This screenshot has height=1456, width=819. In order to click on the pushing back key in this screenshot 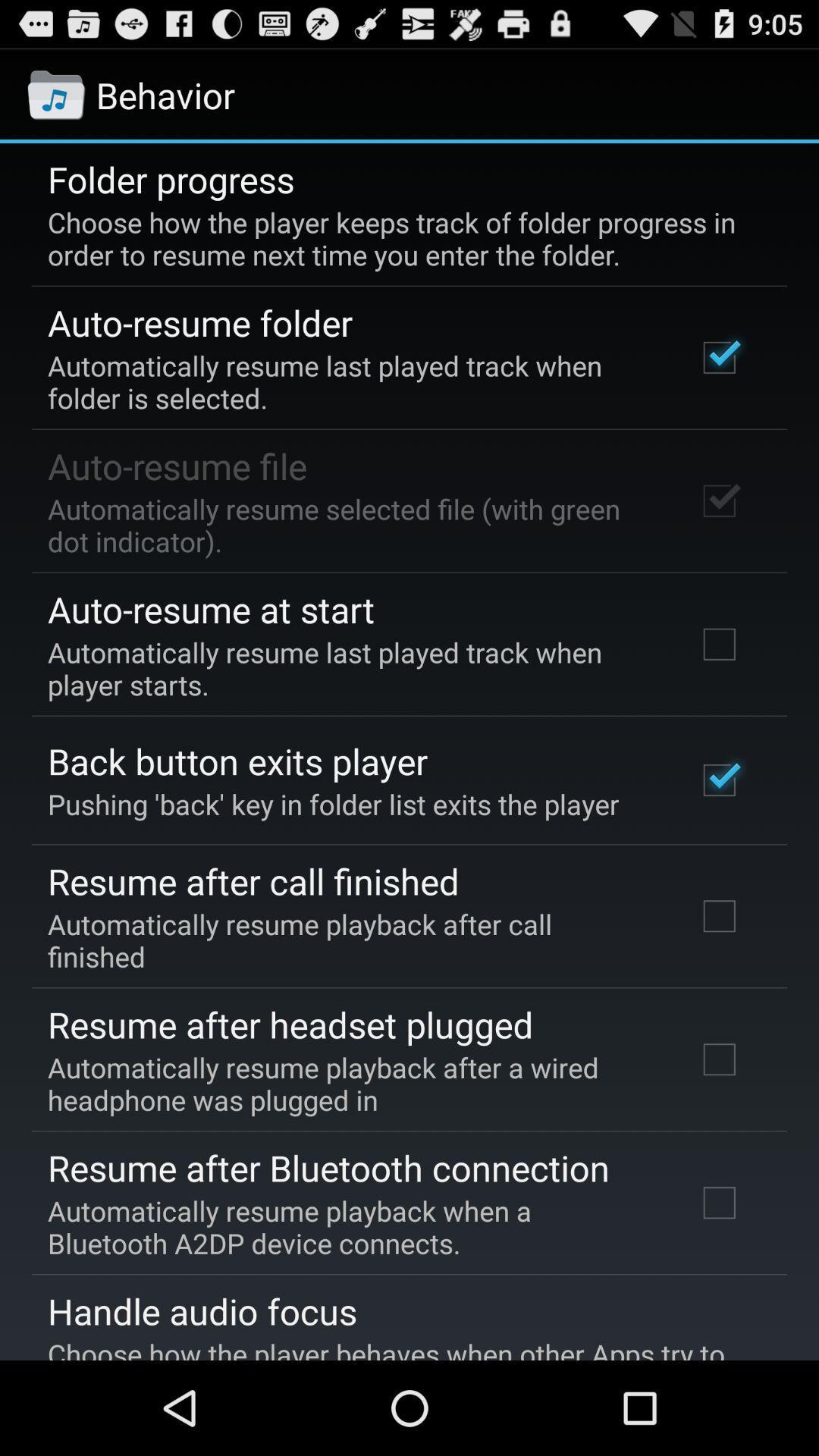, I will do `click(332, 803)`.